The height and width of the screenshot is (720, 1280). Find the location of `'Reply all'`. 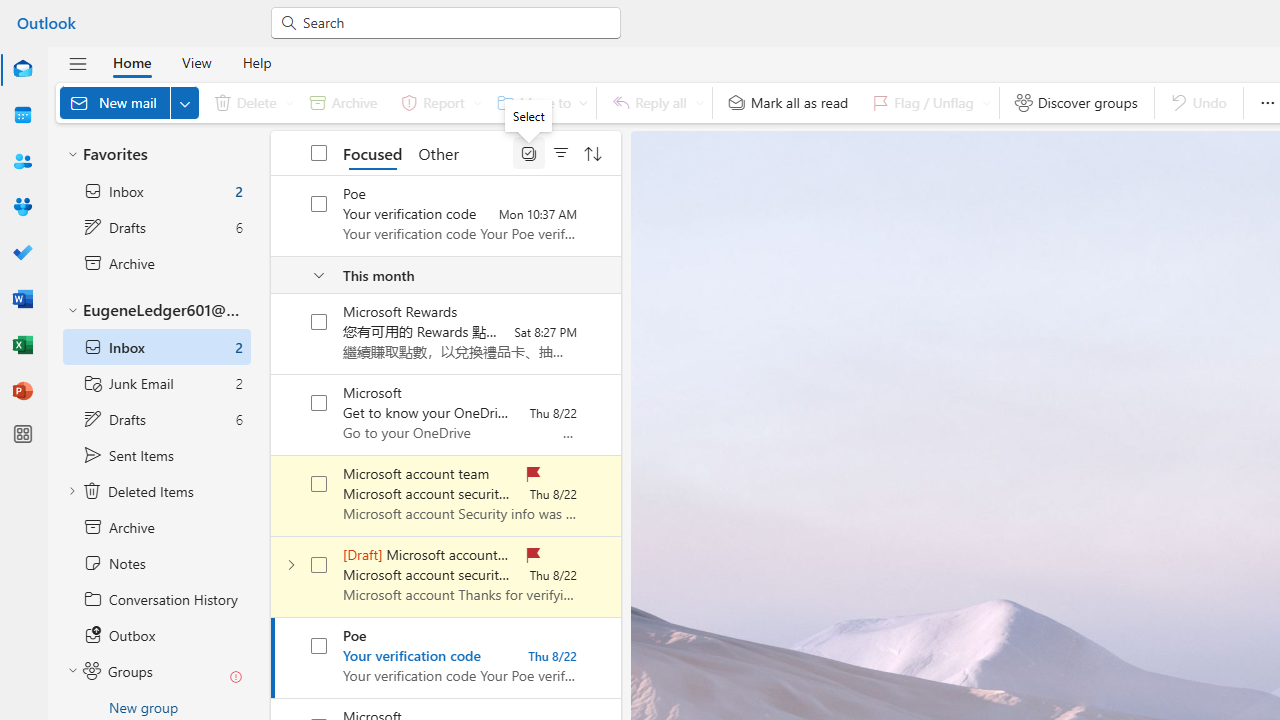

'Reply all' is located at coordinates (654, 102).